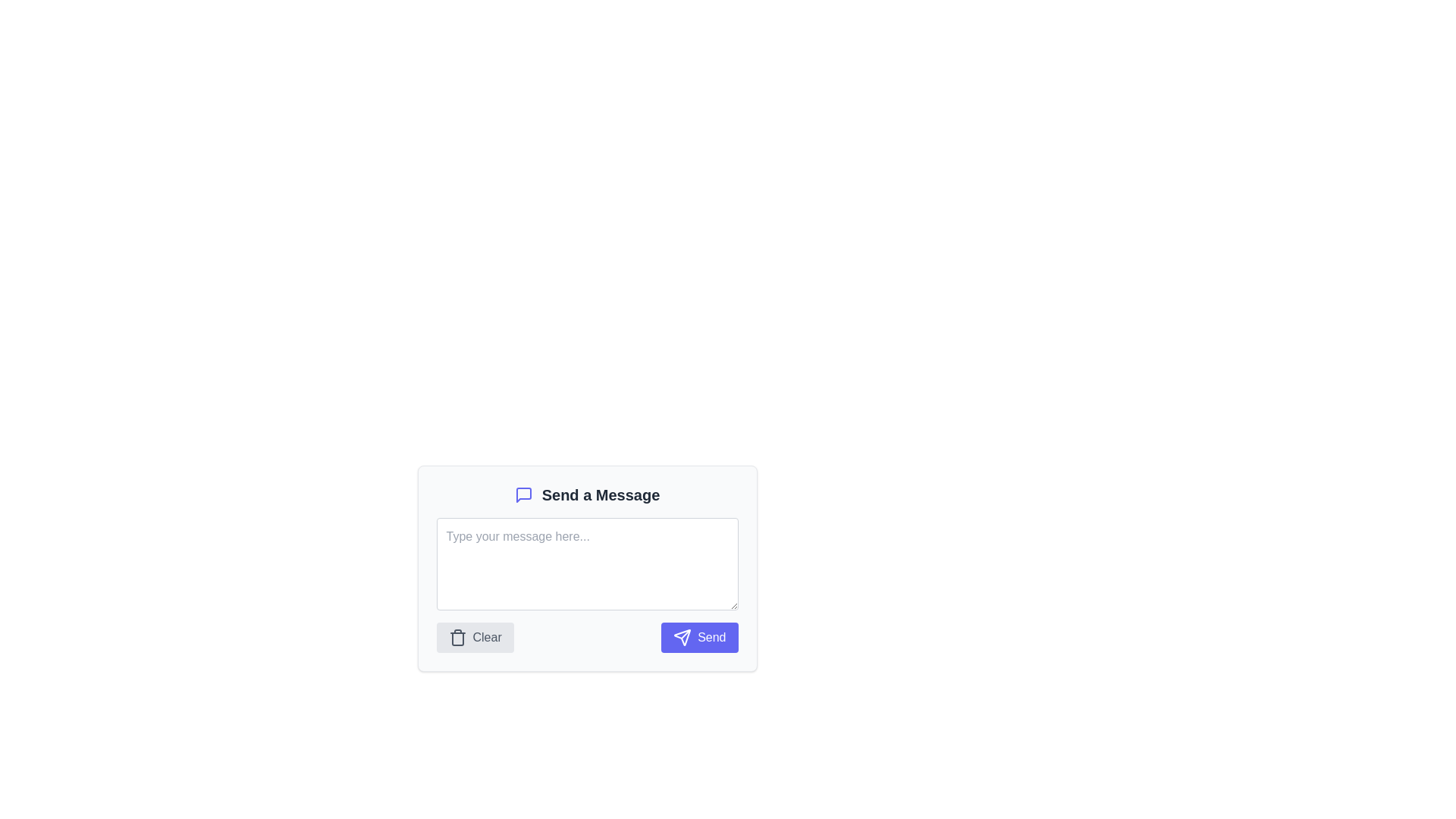 This screenshot has height=819, width=1456. What do you see at coordinates (523, 494) in the screenshot?
I see `the messaging icon located to the left of the 'Send a Message' text heading, as it serves as a navigational symbol for messaging functionality` at bounding box center [523, 494].